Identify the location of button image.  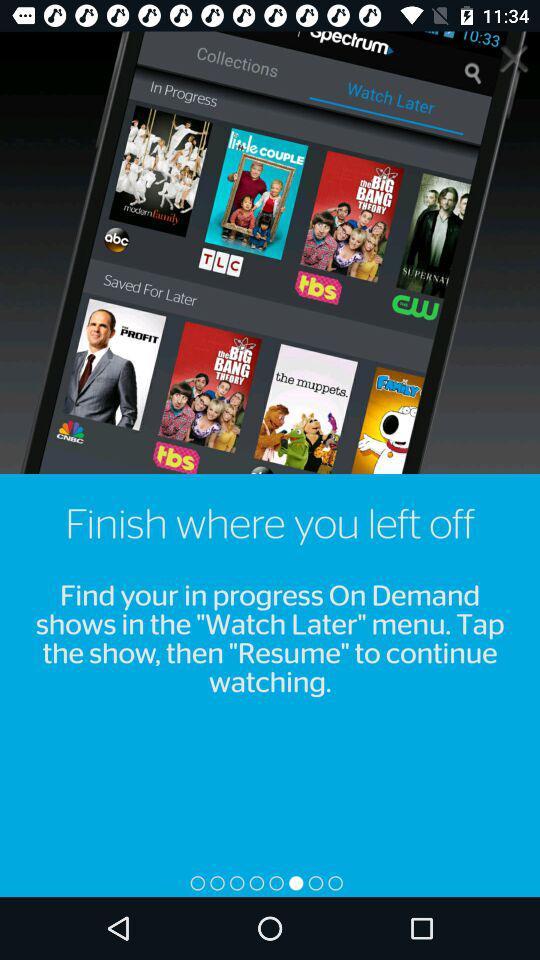
(513, 56).